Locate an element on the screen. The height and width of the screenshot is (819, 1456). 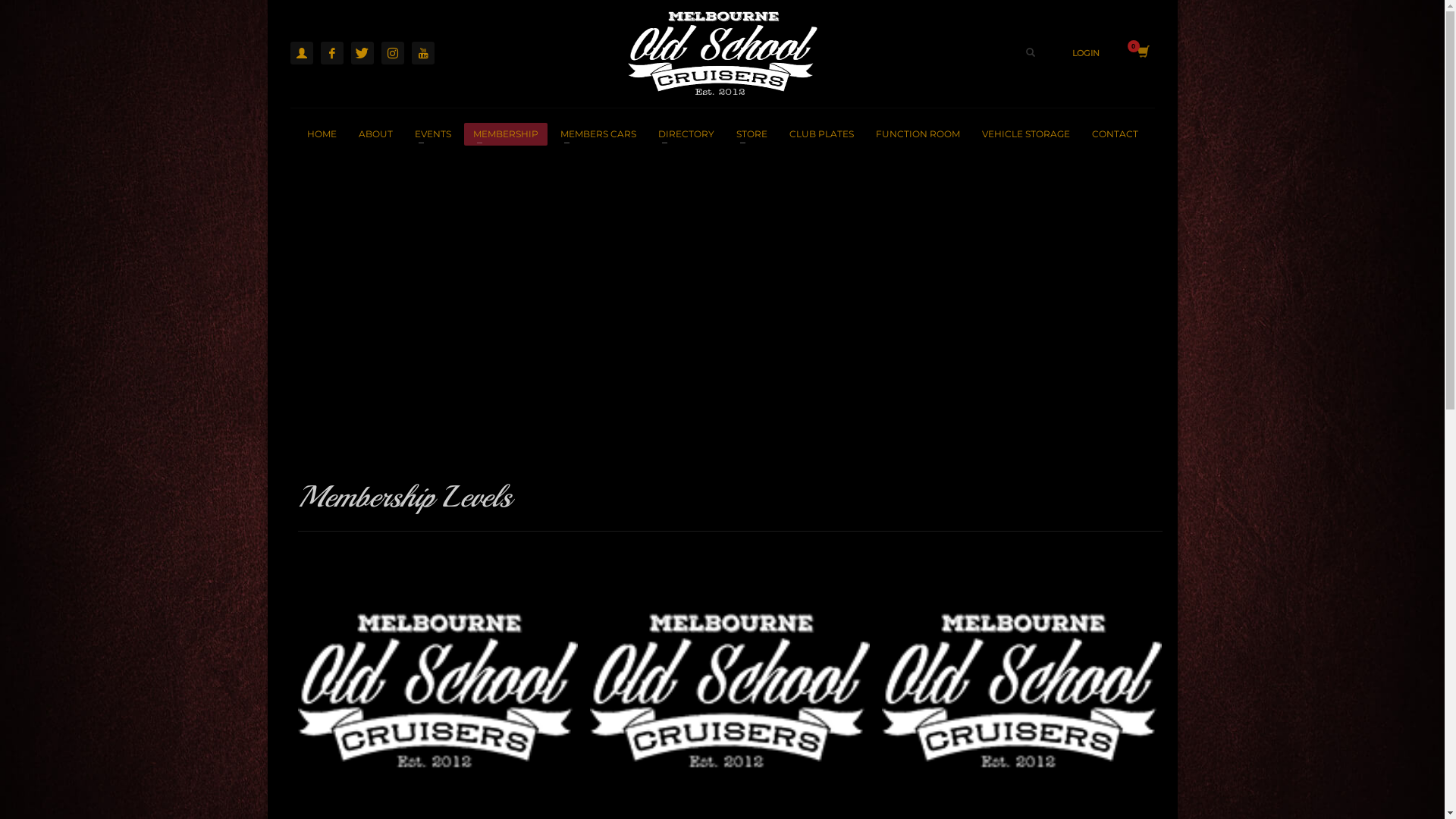
'ABOUT' is located at coordinates (375, 133).